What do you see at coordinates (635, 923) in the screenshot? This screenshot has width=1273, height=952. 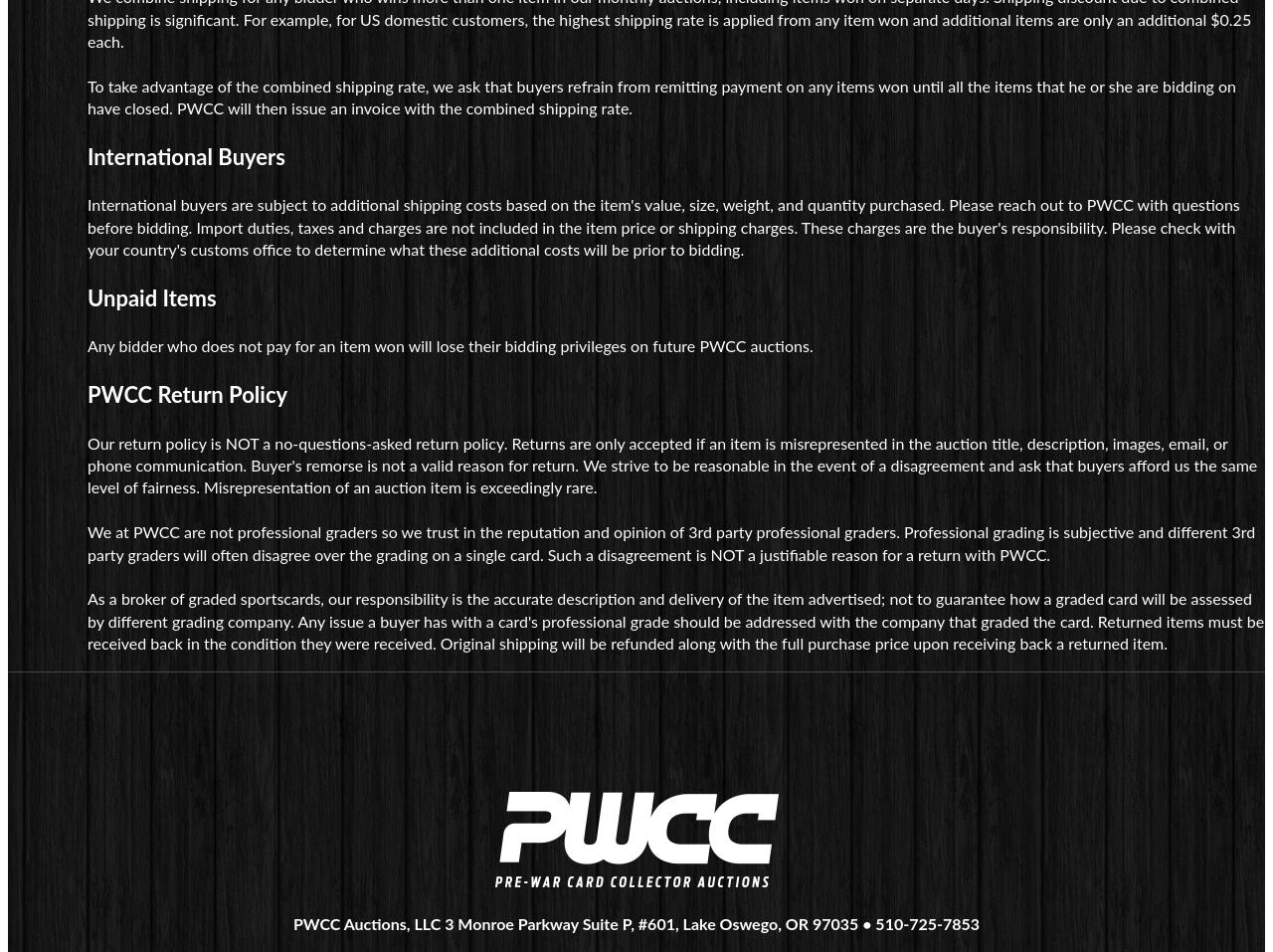 I see `'PWCC Auctions, LLC 3 Monroe Parkway Suite P, #601, Lake Oswego, OR 97035 • 510-725-7853'` at bounding box center [635, 923].